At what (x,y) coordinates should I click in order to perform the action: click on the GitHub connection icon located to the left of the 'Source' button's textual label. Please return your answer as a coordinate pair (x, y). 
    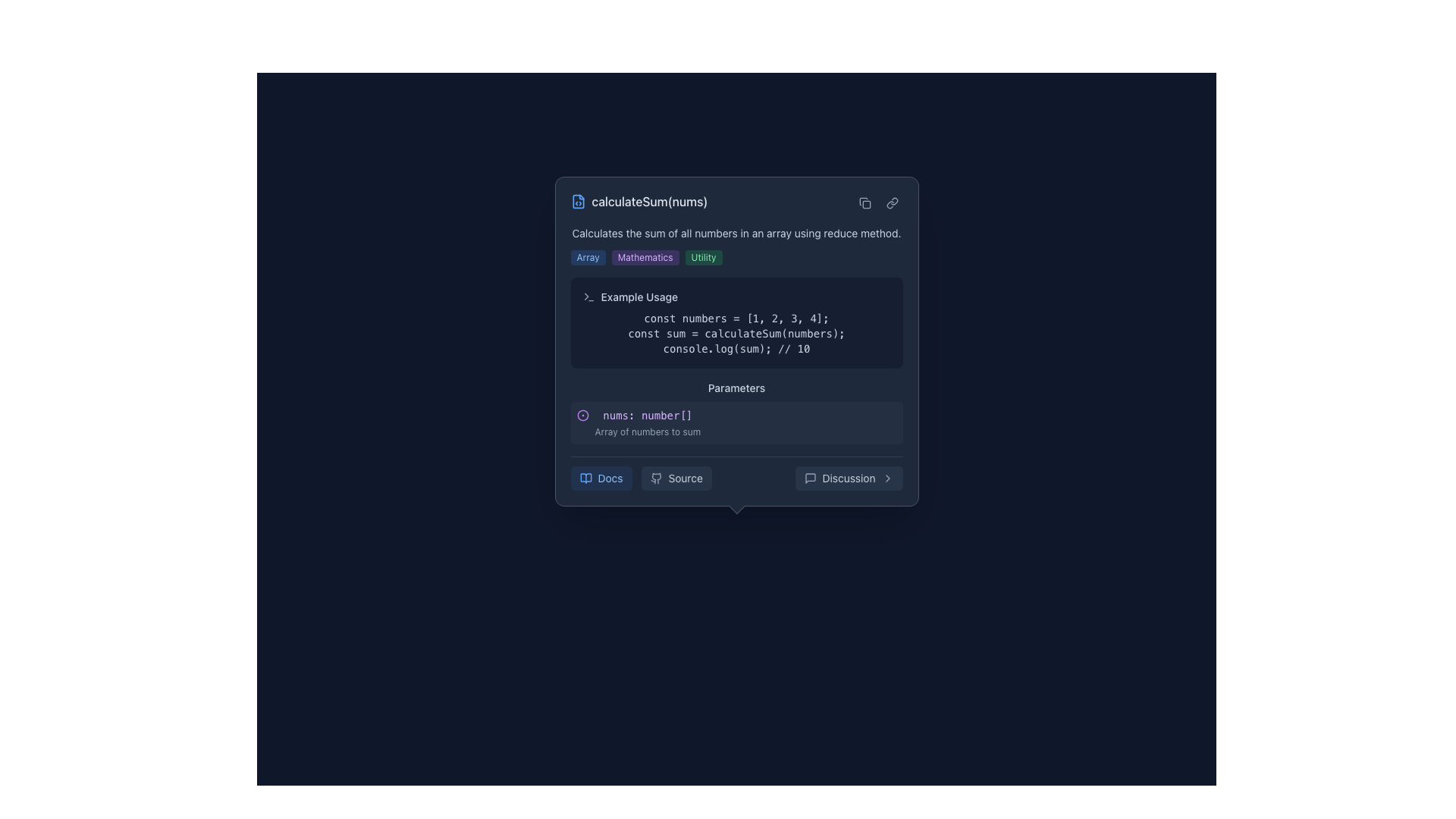
    Looking at the image, I should click on (656, 479).